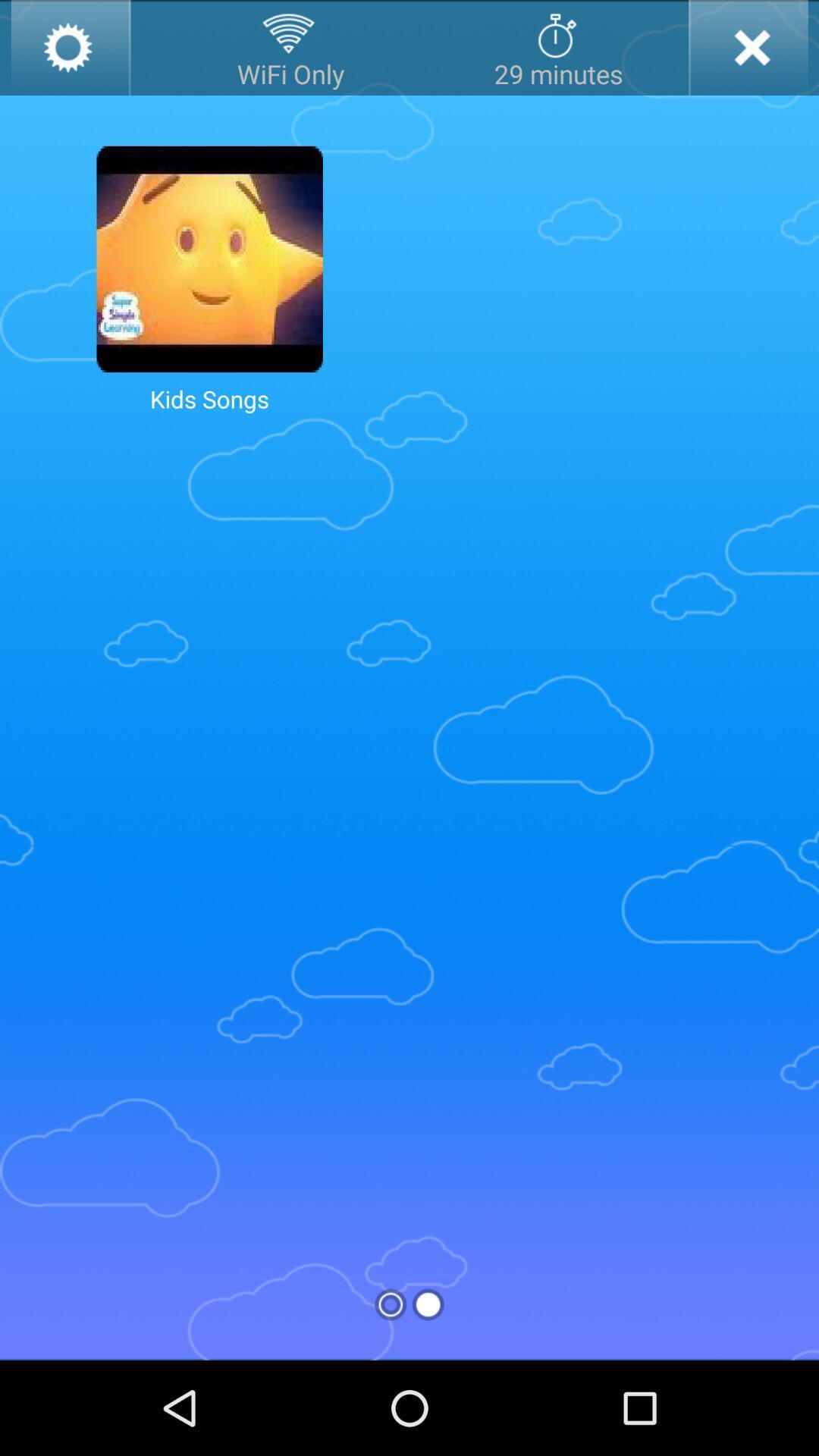  I want to click on wifi only, so click(290, 47).